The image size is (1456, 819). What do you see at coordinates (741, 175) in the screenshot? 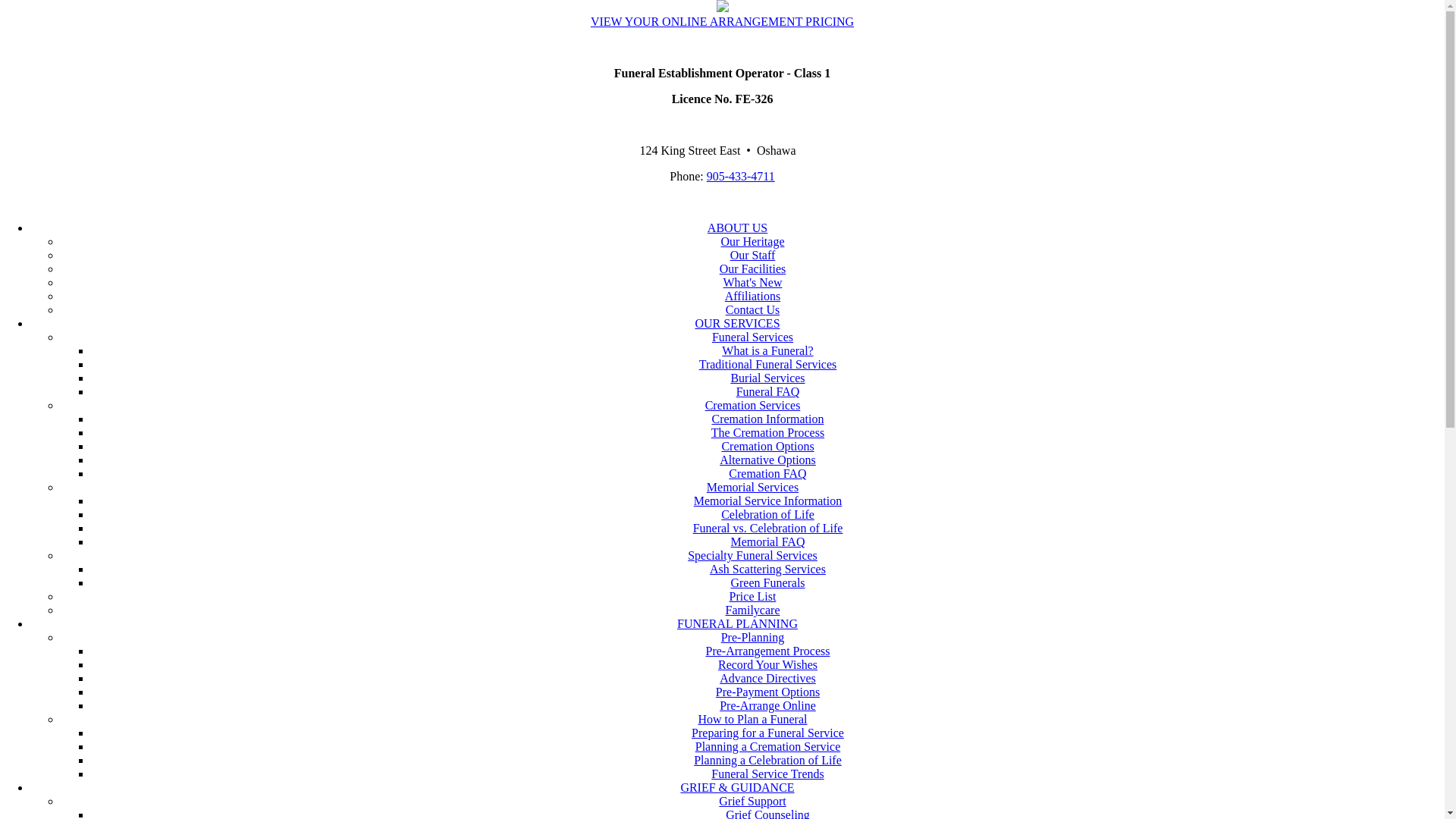
I see `'905-433-4711'` at bounding box center [741, 175].